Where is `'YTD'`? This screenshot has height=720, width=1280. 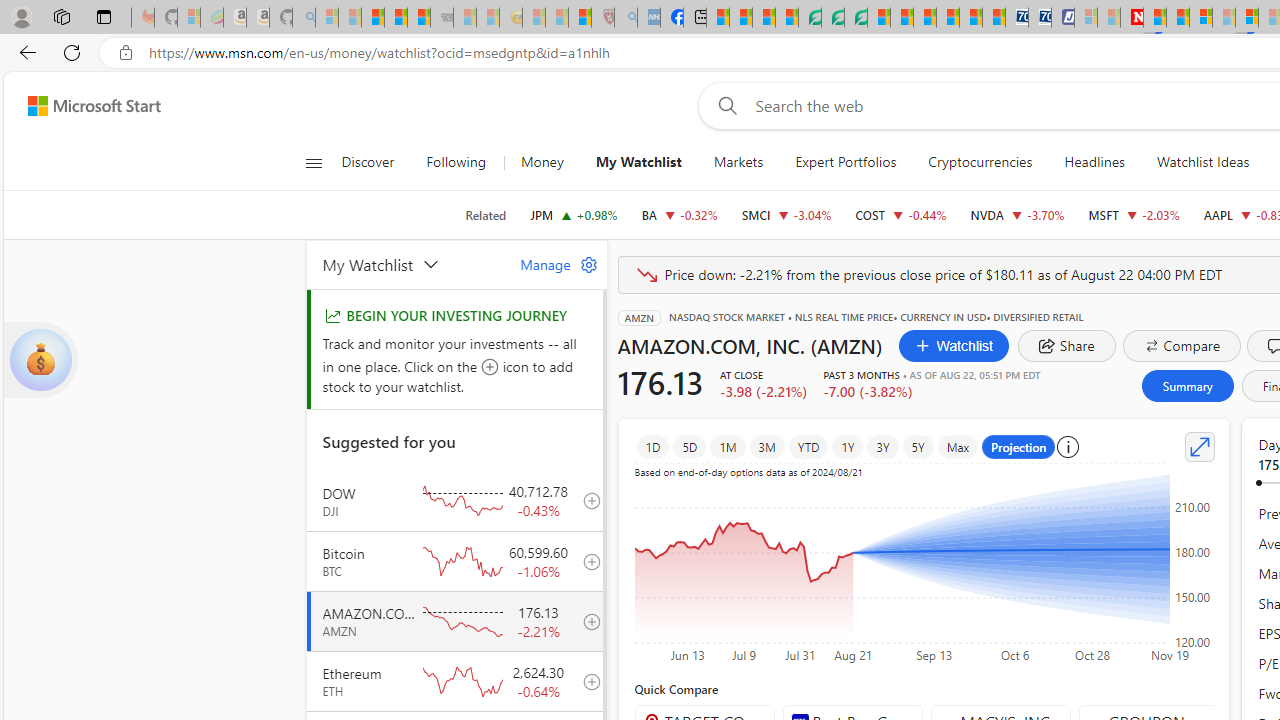 'YTD' is located at coordinates (808, 446).